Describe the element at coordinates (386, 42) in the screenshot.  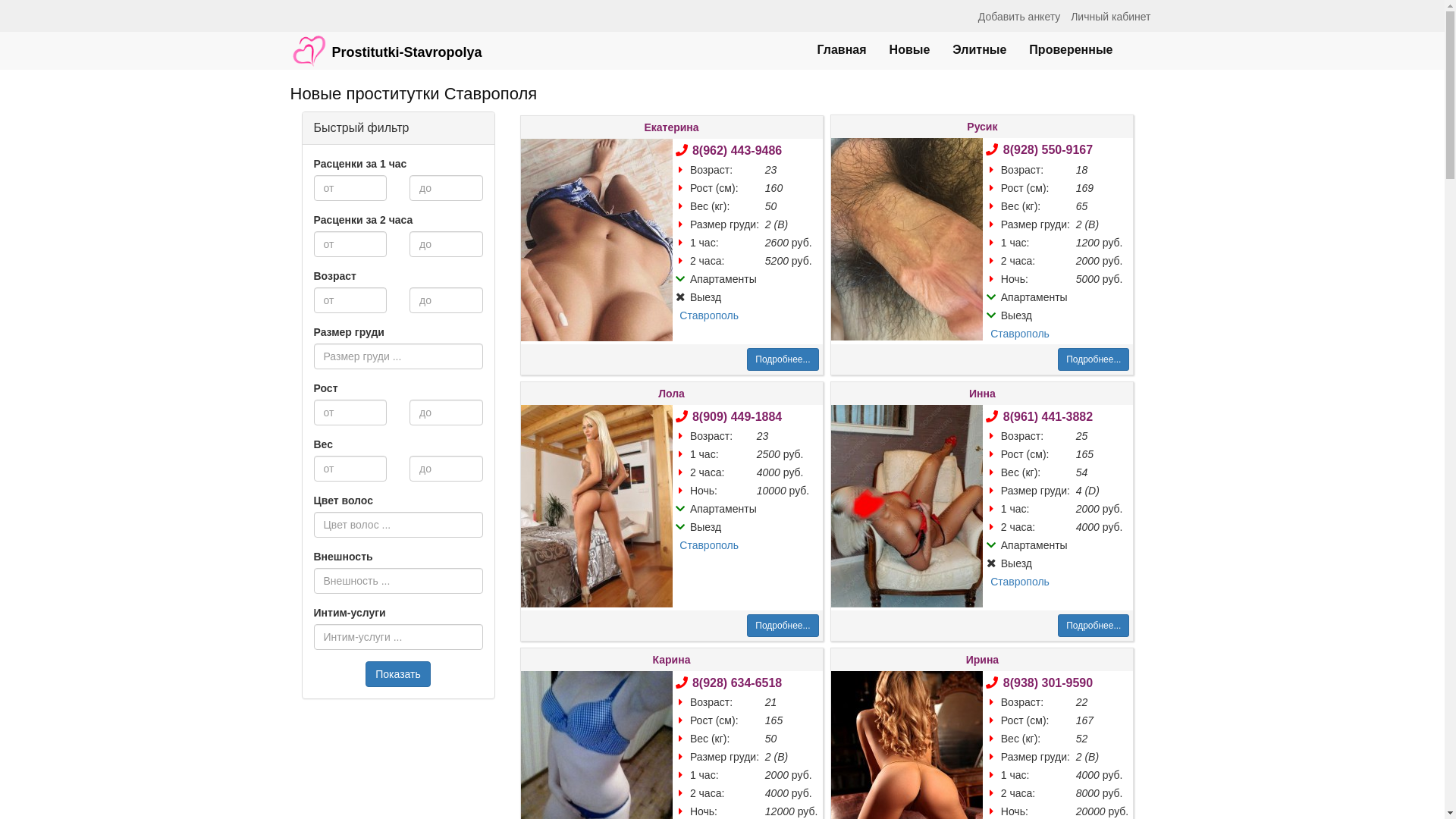
I see `'Prostitutki-Stavropolya'` at that location.